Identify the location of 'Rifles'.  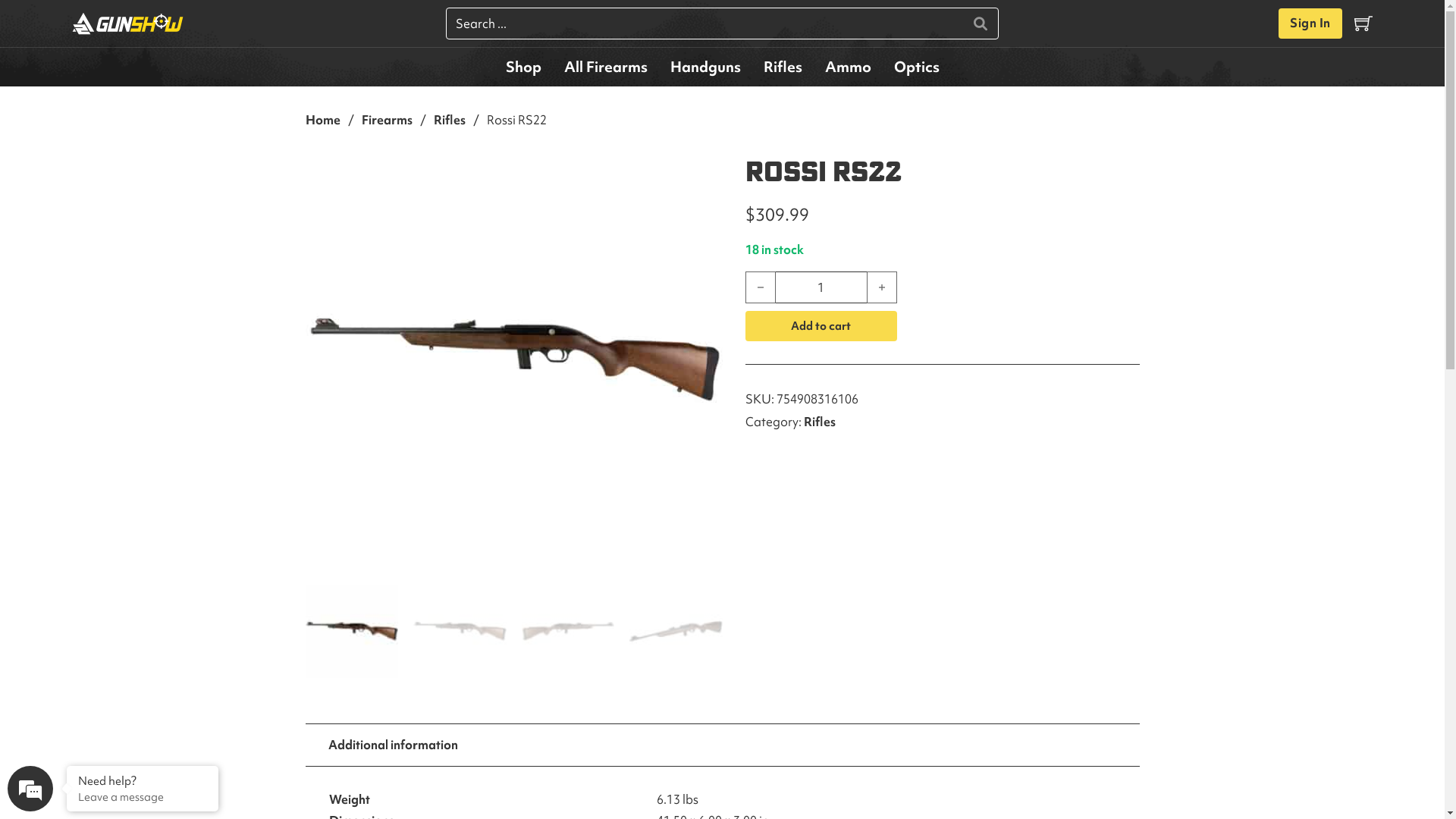
(818, 421).